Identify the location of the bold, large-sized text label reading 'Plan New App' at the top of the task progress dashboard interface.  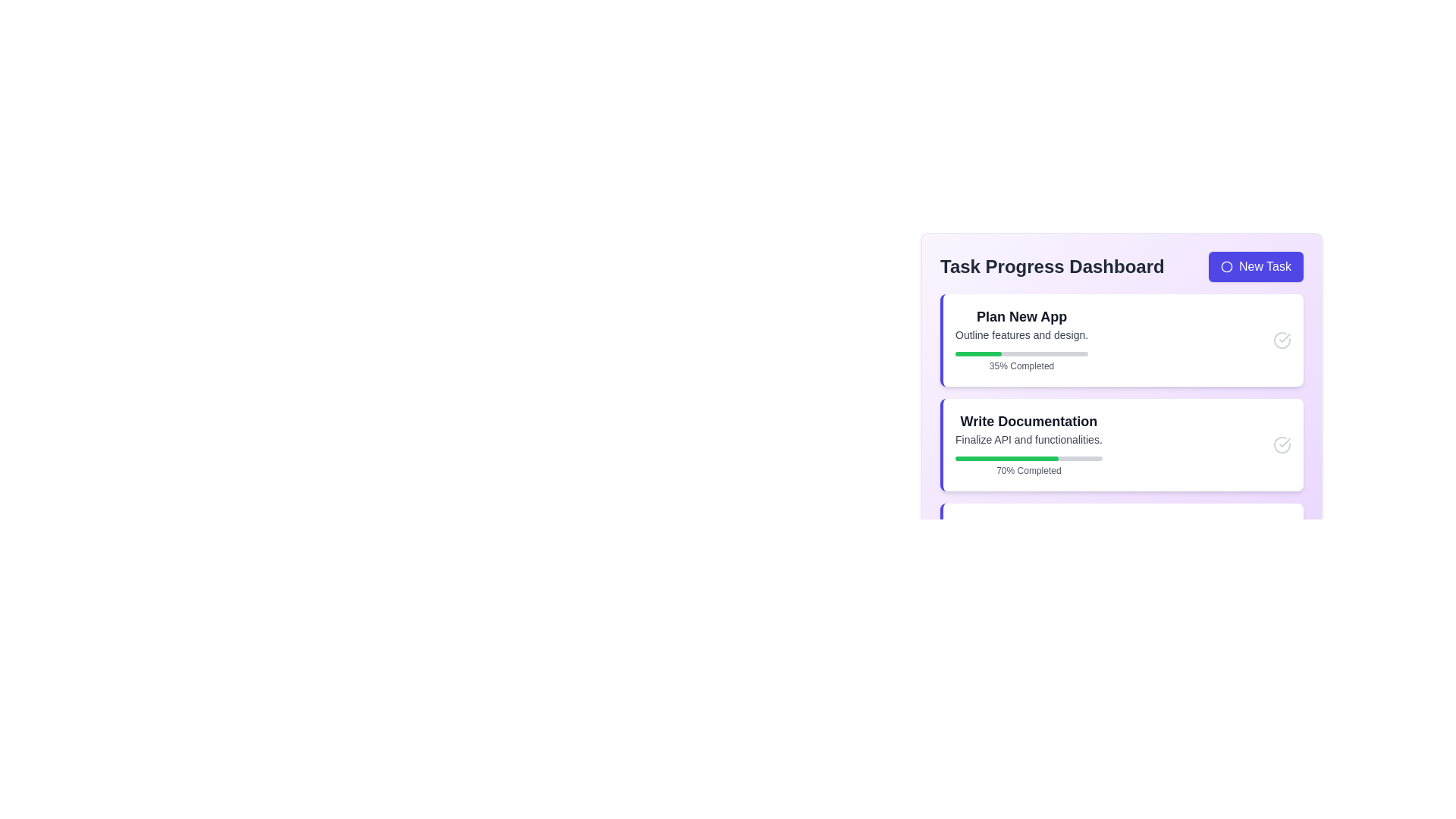
(1021, 315).